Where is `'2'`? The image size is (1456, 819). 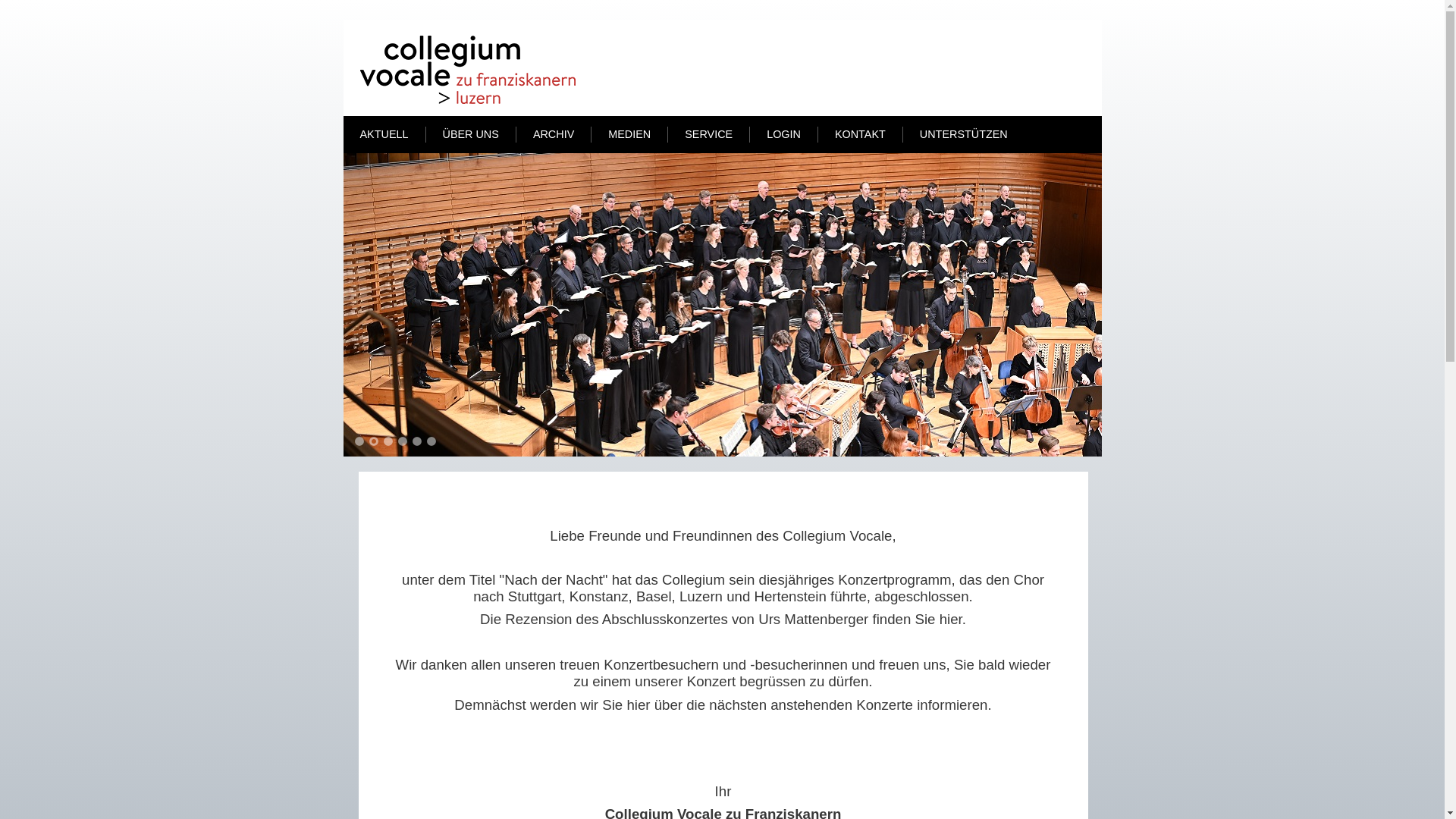
'2' is located at coordinates (368, 441).